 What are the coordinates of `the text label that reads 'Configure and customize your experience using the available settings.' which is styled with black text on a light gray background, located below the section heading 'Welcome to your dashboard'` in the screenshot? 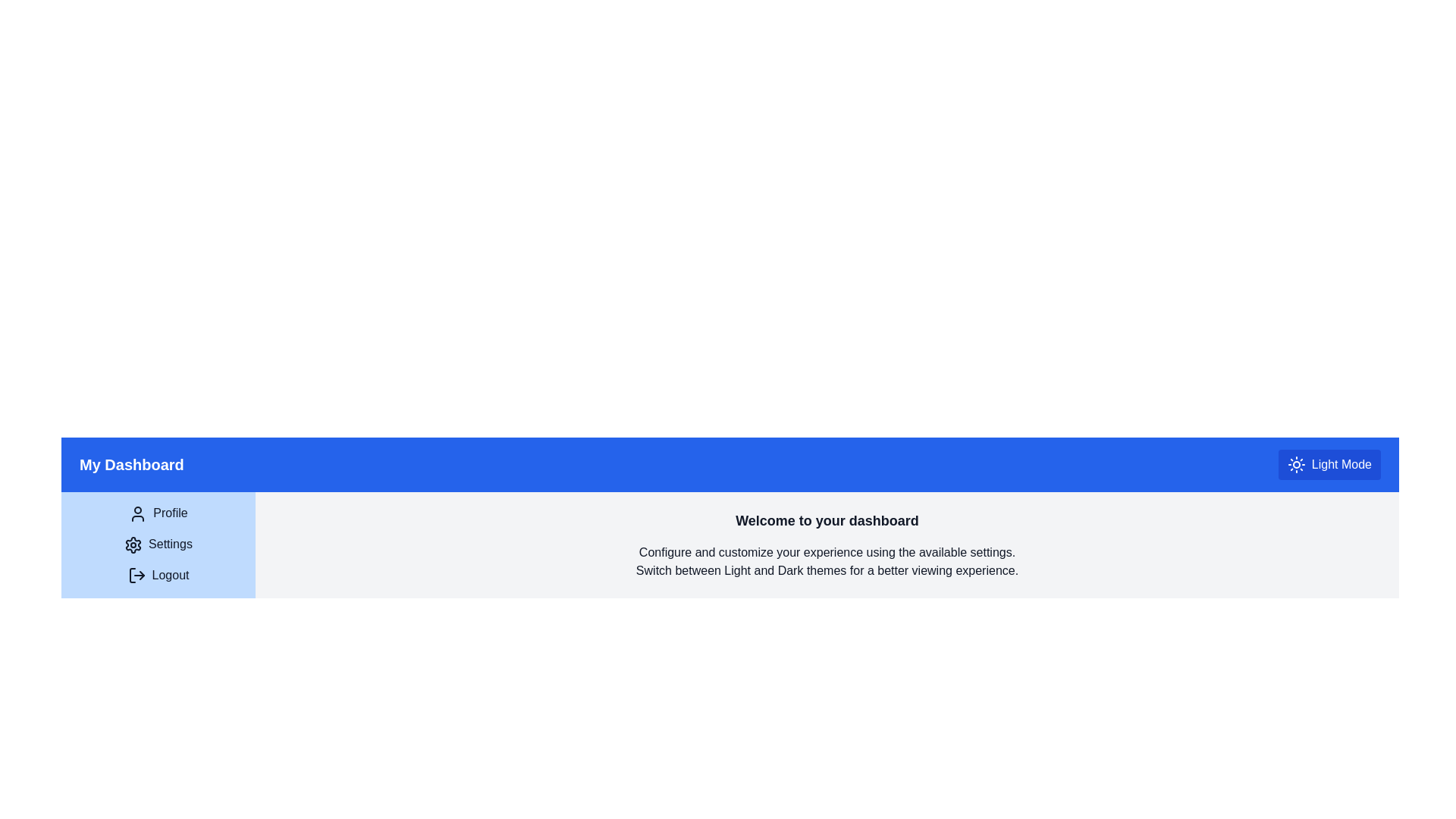 It's located at (826, 553).